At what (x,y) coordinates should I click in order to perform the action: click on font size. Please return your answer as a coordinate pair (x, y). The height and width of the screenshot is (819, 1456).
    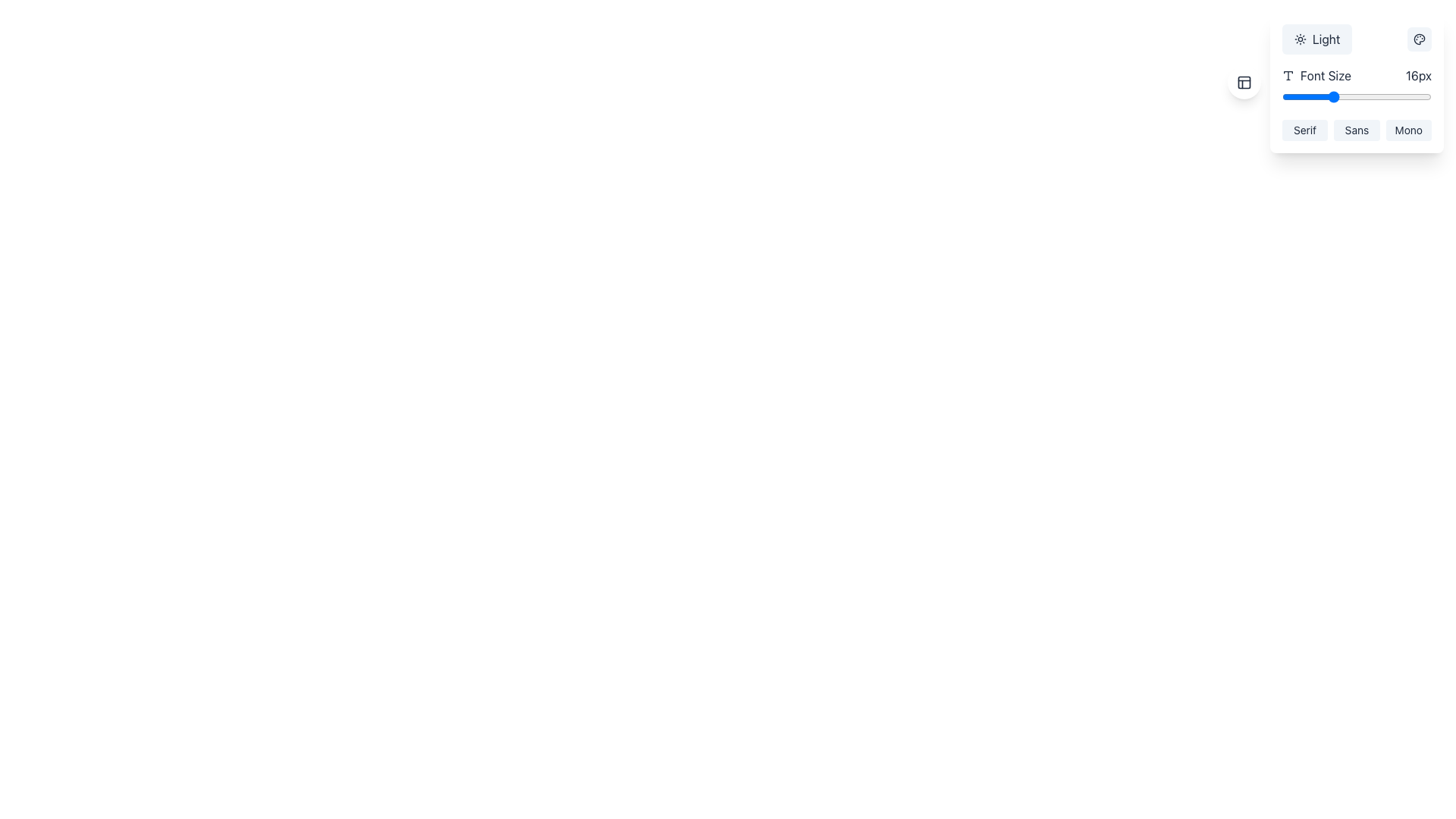
    Looking at the image, I should click on (1394, 96).